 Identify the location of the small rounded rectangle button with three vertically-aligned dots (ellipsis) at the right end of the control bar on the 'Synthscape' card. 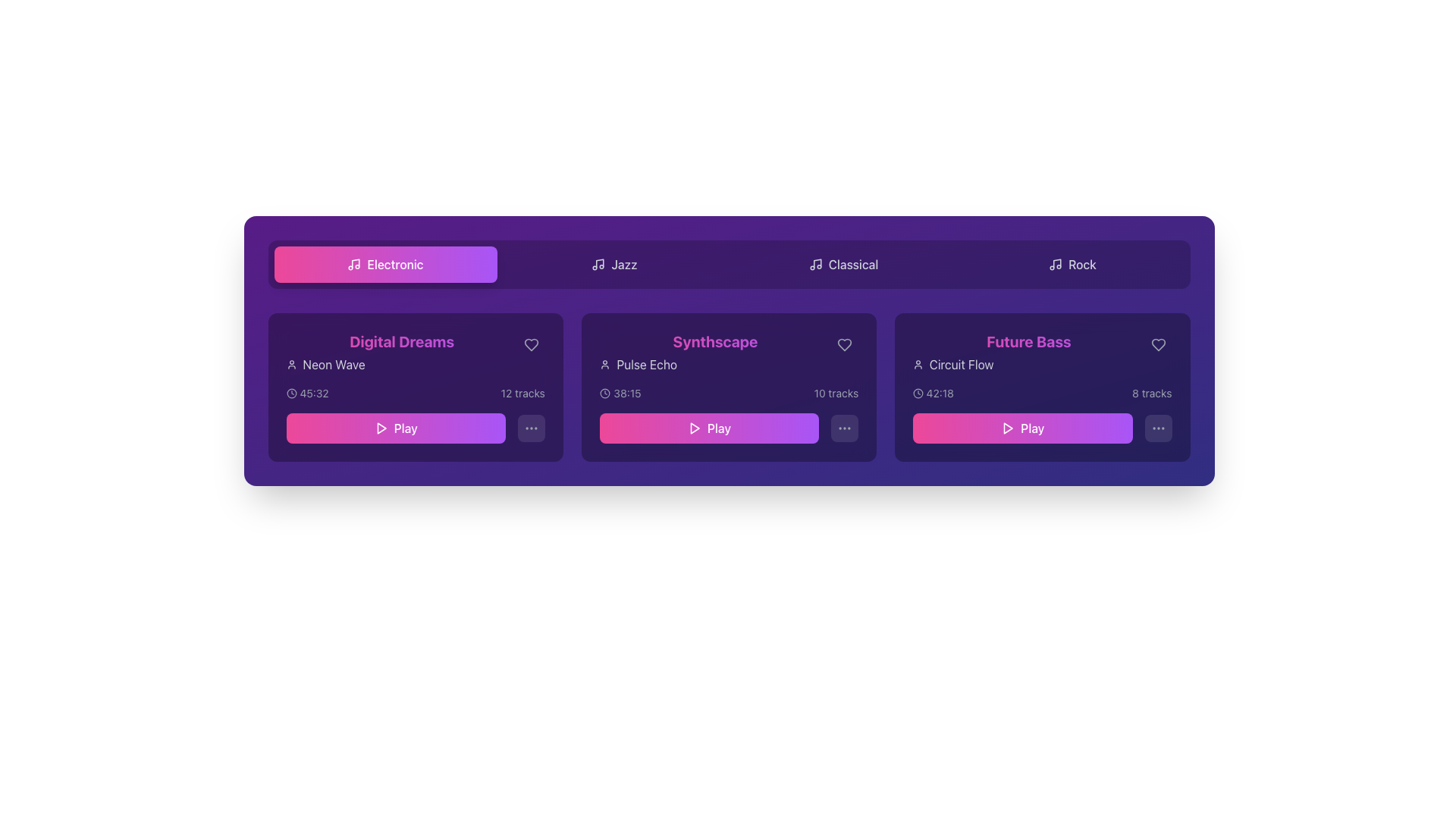
(844, 428).